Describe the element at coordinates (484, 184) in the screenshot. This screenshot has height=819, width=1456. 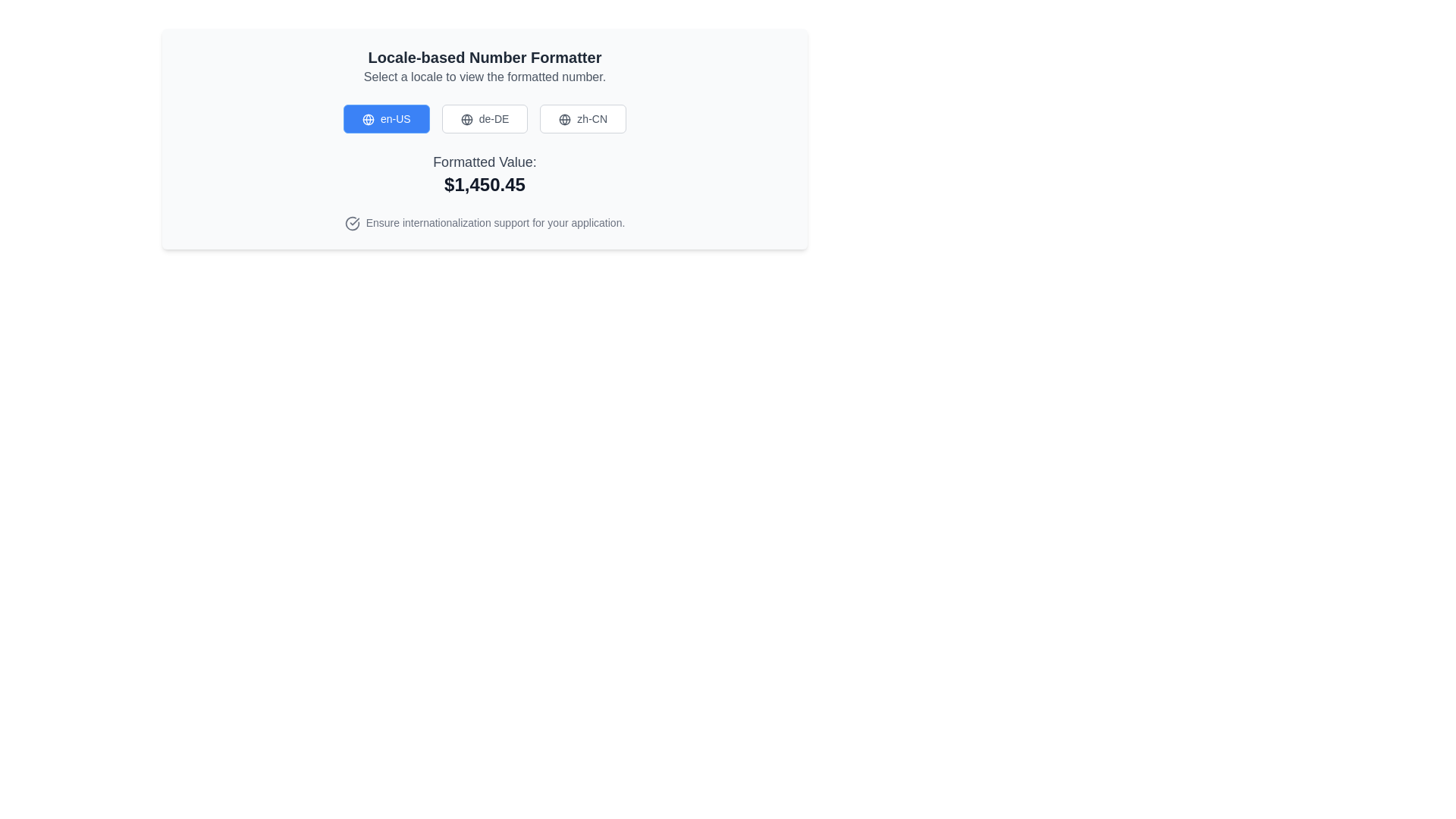
I see `the Text element displaying the monetary amount '$1,450.45', which is located directly below the text 'Formatted Value:' and is centered horizontally within the containing box` at that location.